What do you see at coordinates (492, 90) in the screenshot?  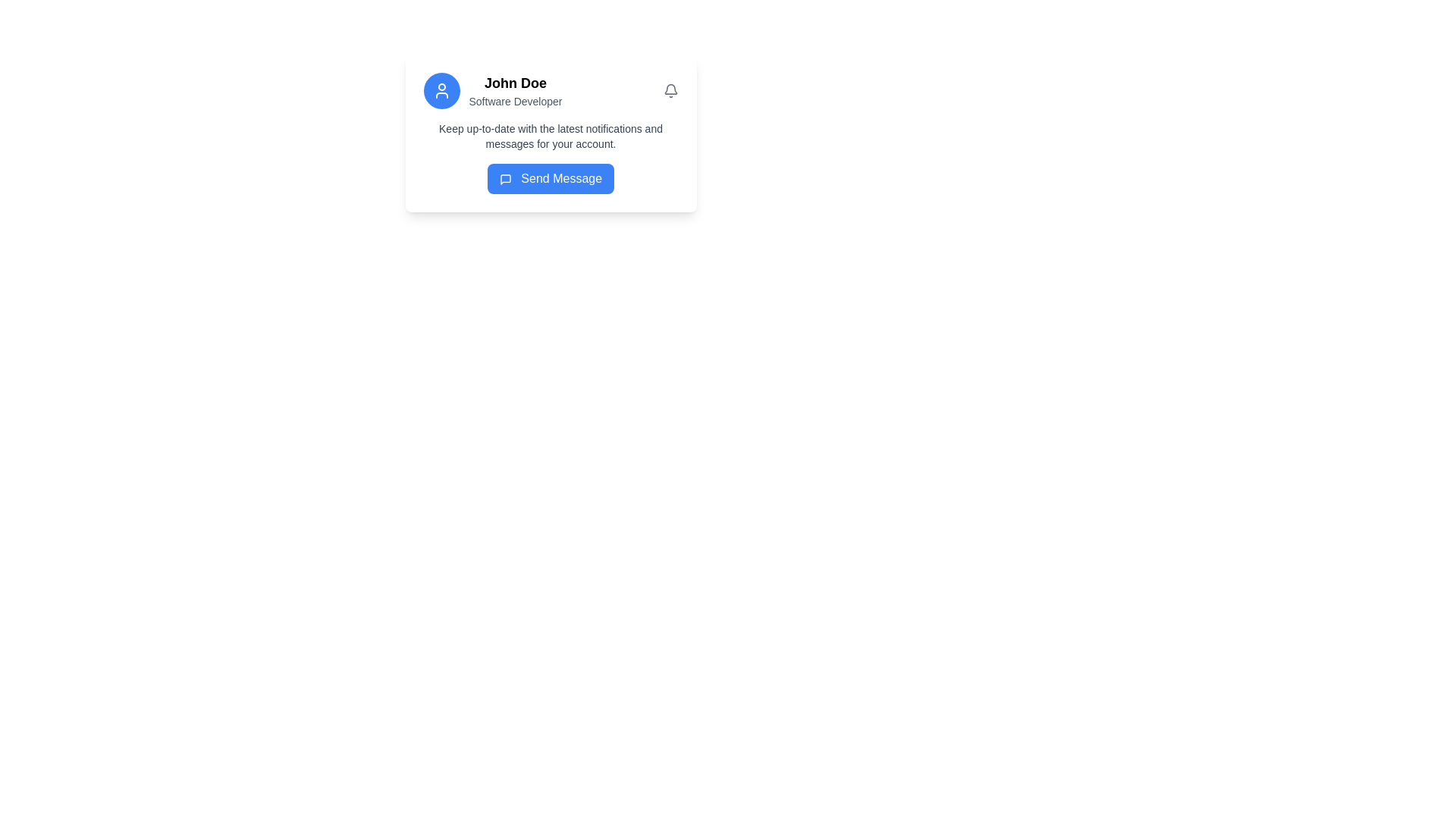 I see `the Profile display block featuring 'John Doe' and 'Software Developer'` at bounding box center [492, 90].